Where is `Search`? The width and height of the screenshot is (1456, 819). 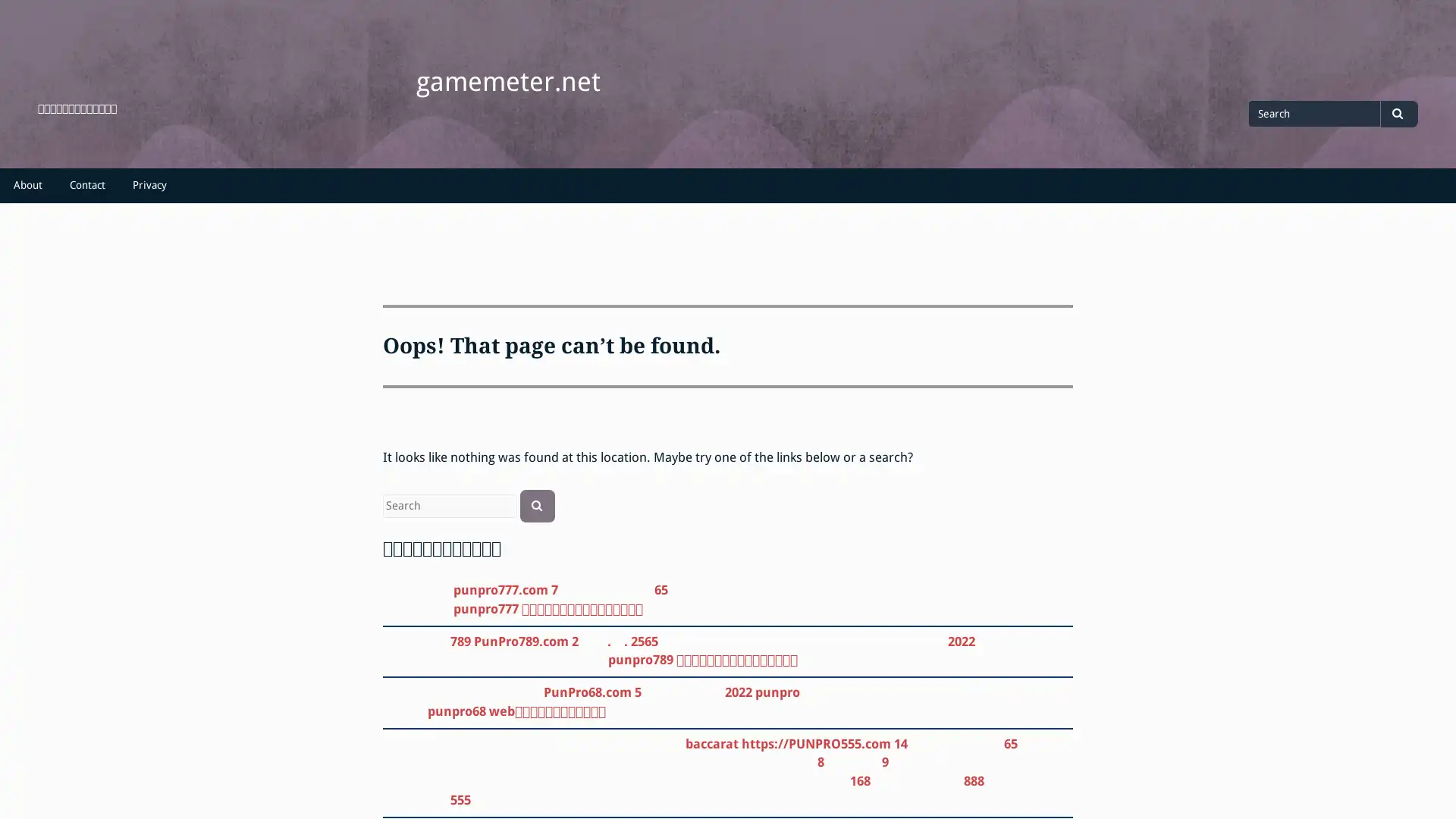 Search is located at coordinates (1398, 113).